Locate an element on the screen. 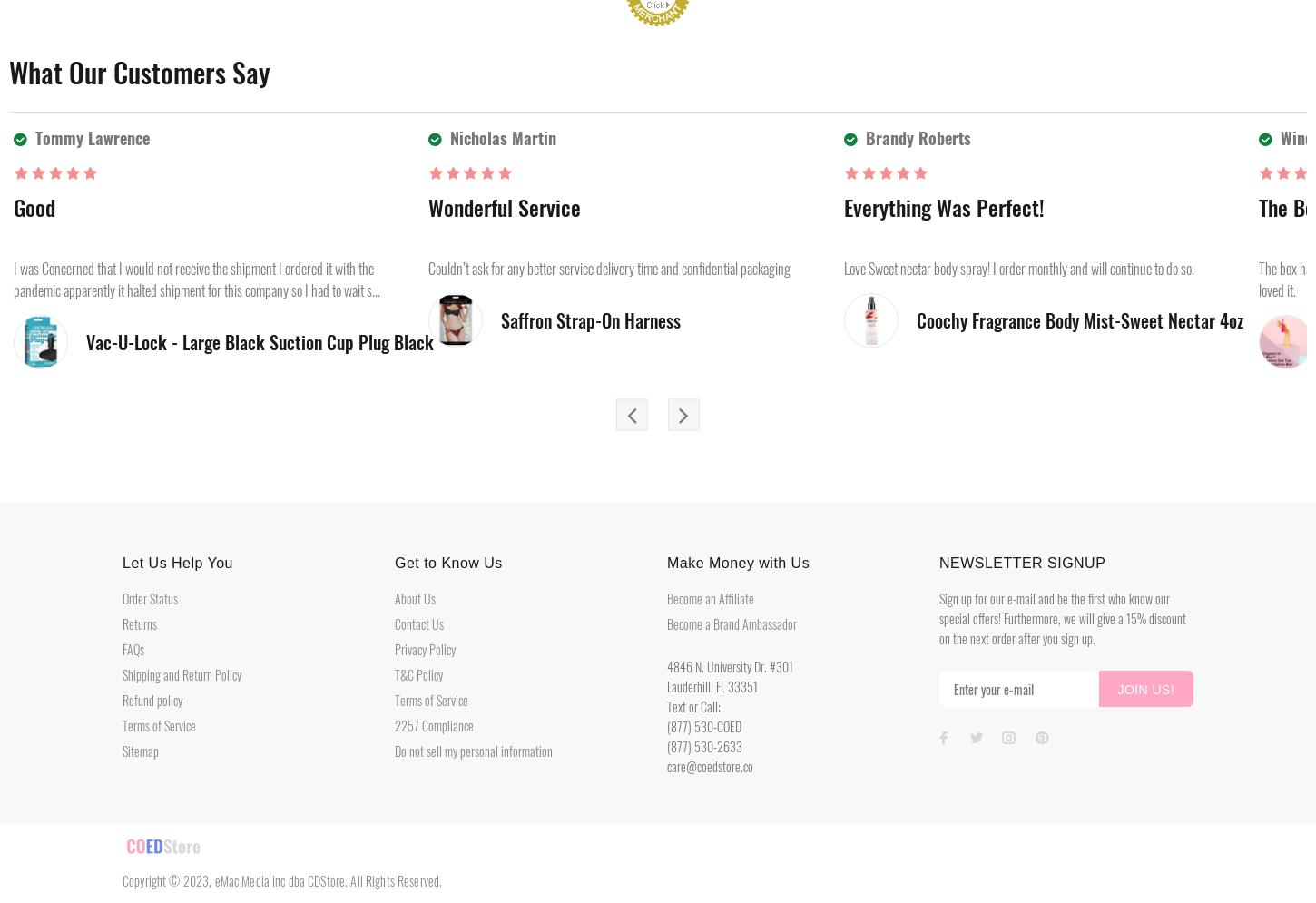 The height and width of the screenshot is (903, 1316). 'Refund policy' is located at coordinates (152, 700).